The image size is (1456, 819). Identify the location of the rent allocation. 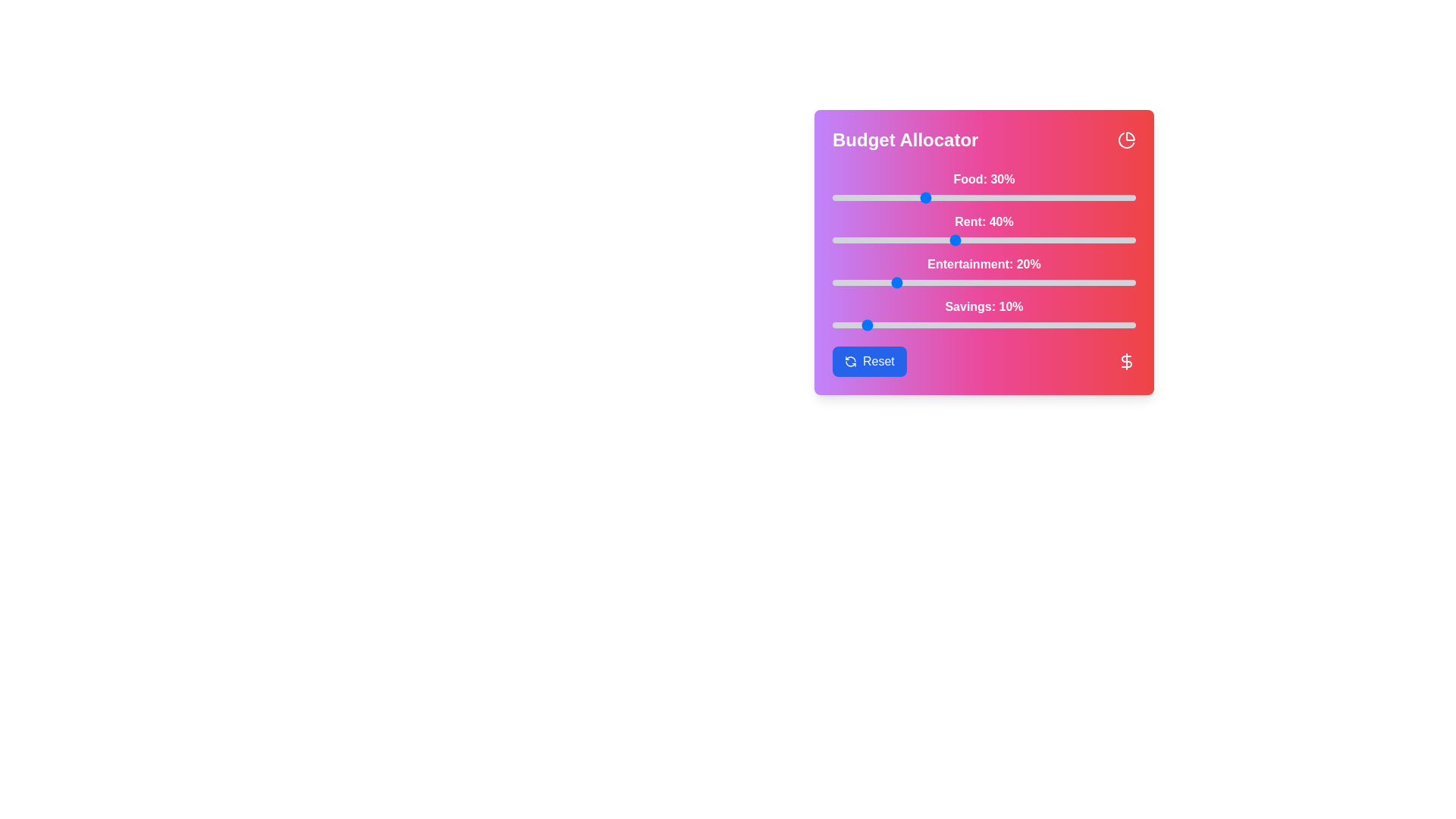
(890, 239).